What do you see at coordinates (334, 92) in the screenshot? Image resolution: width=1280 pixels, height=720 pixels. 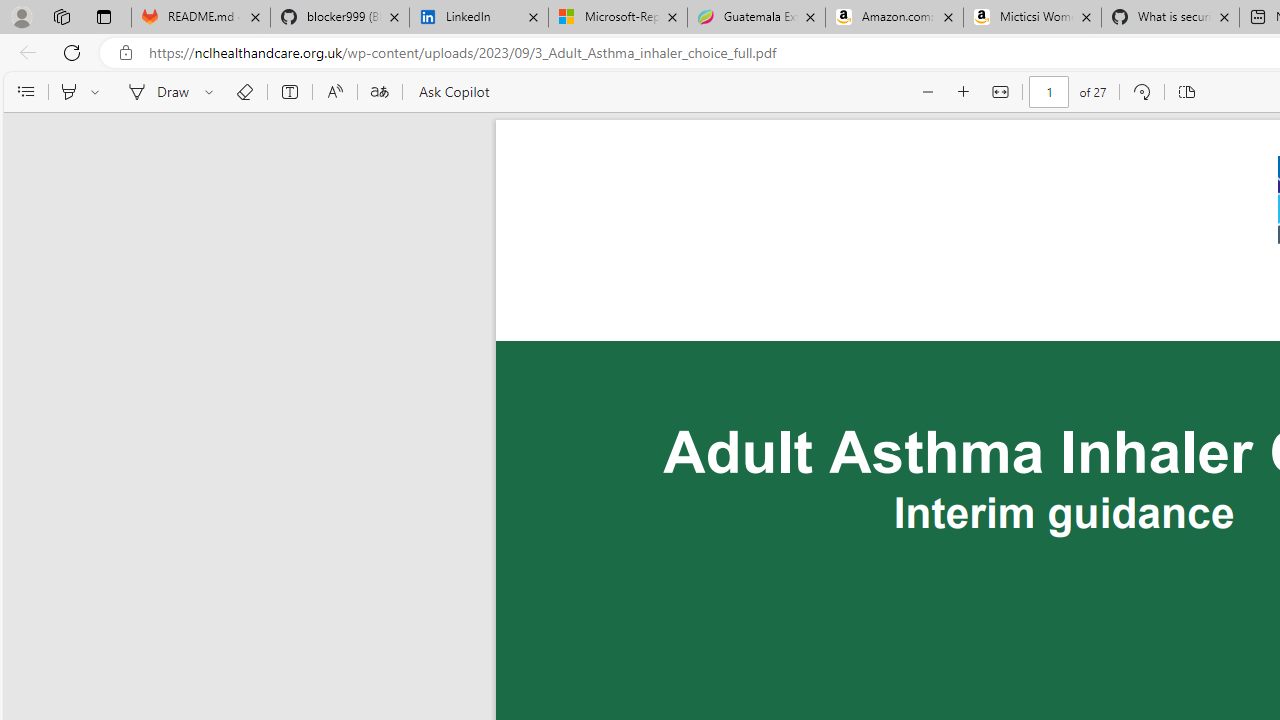 I see `'Read aloud'` at bounding box center [334, 92].